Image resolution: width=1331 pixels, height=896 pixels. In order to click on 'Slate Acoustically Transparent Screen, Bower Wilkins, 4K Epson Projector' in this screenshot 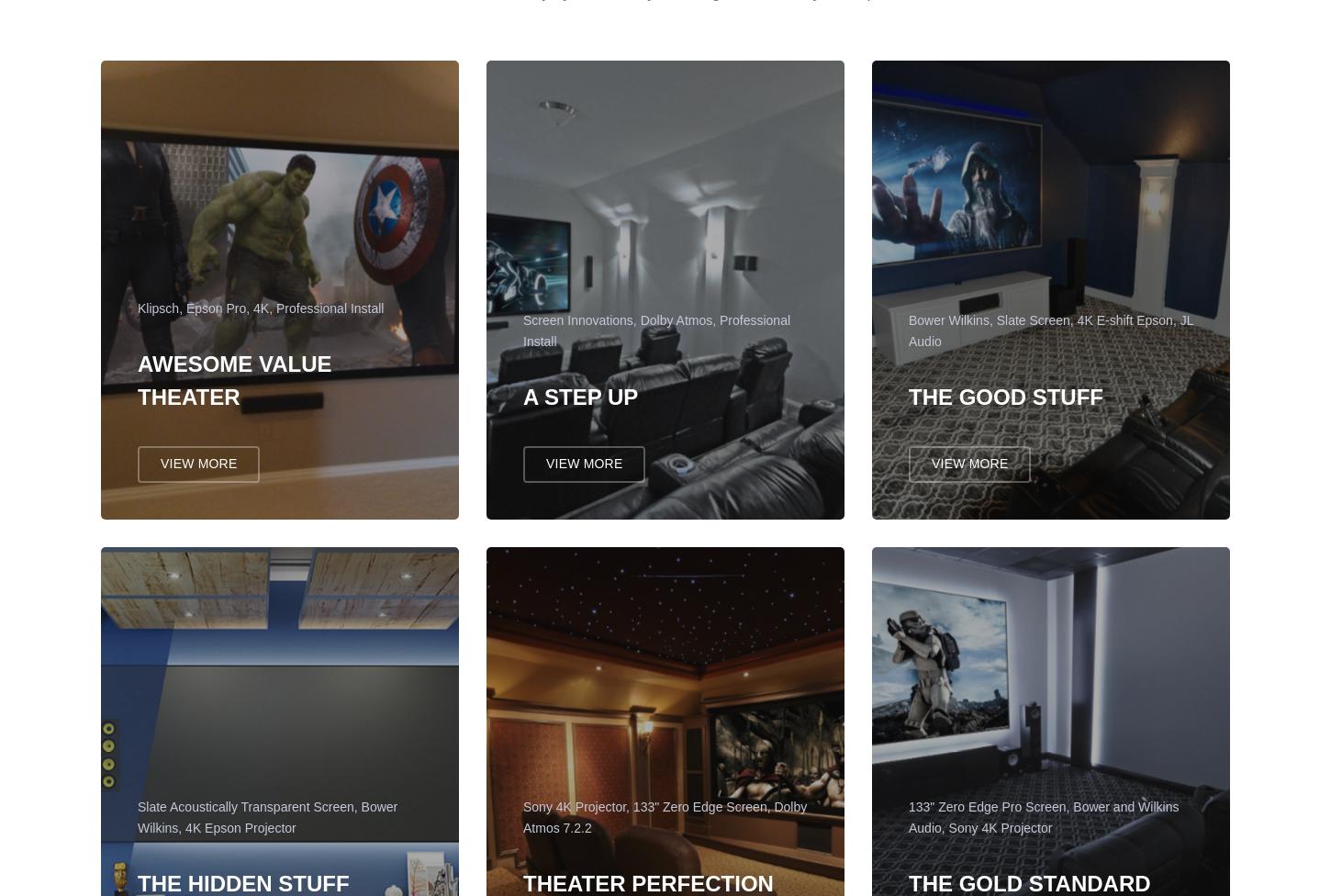, I will do `click(136, 825)`.